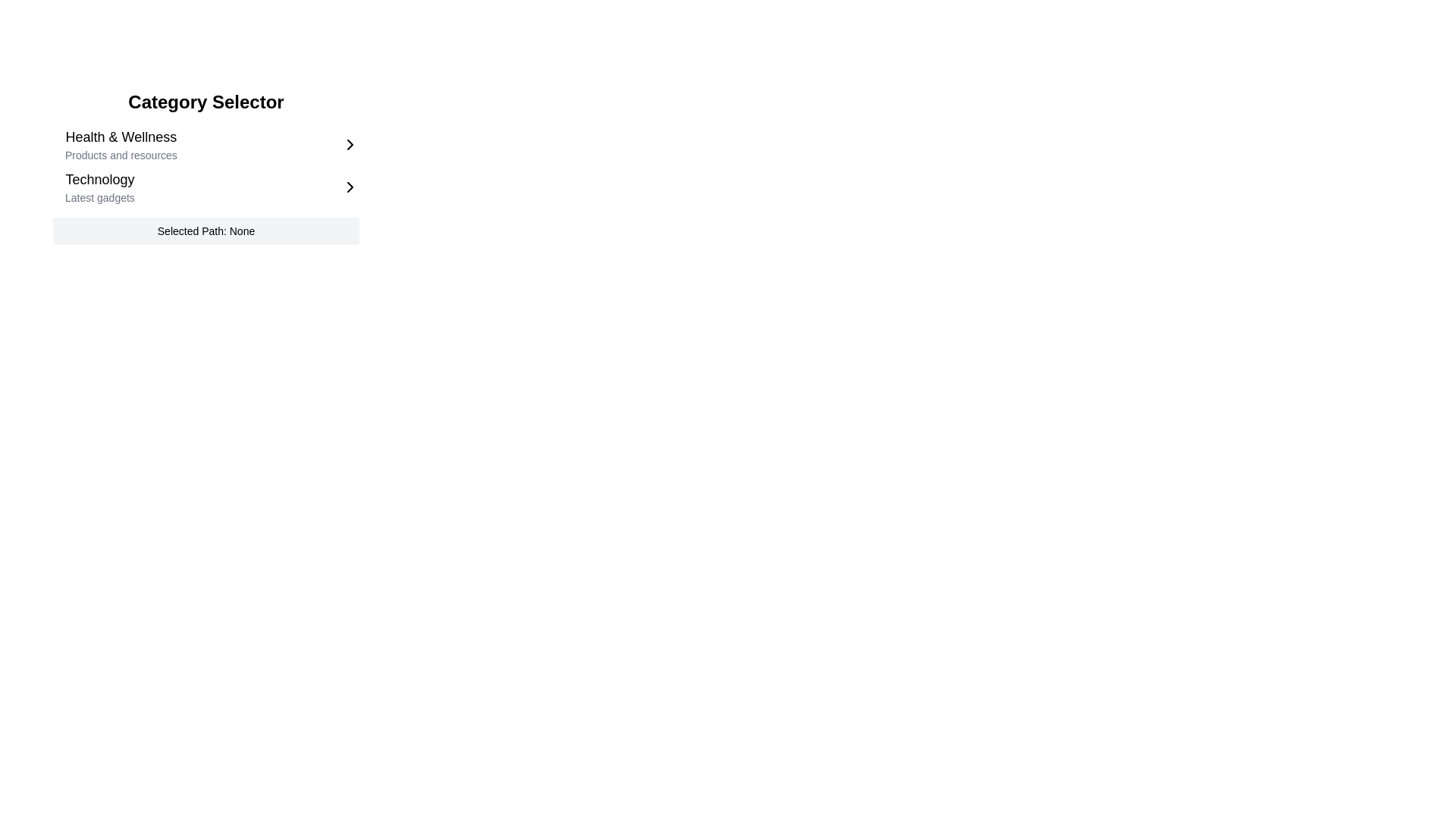 The height and width of the screenshot is (819, 1456). I want to click on the right-facing chevron SVG icon that serves as an interactive component for the 'Technology' list item, located to the right of the text 'Technology' and 'Latest gadgets', so click(349, 186).